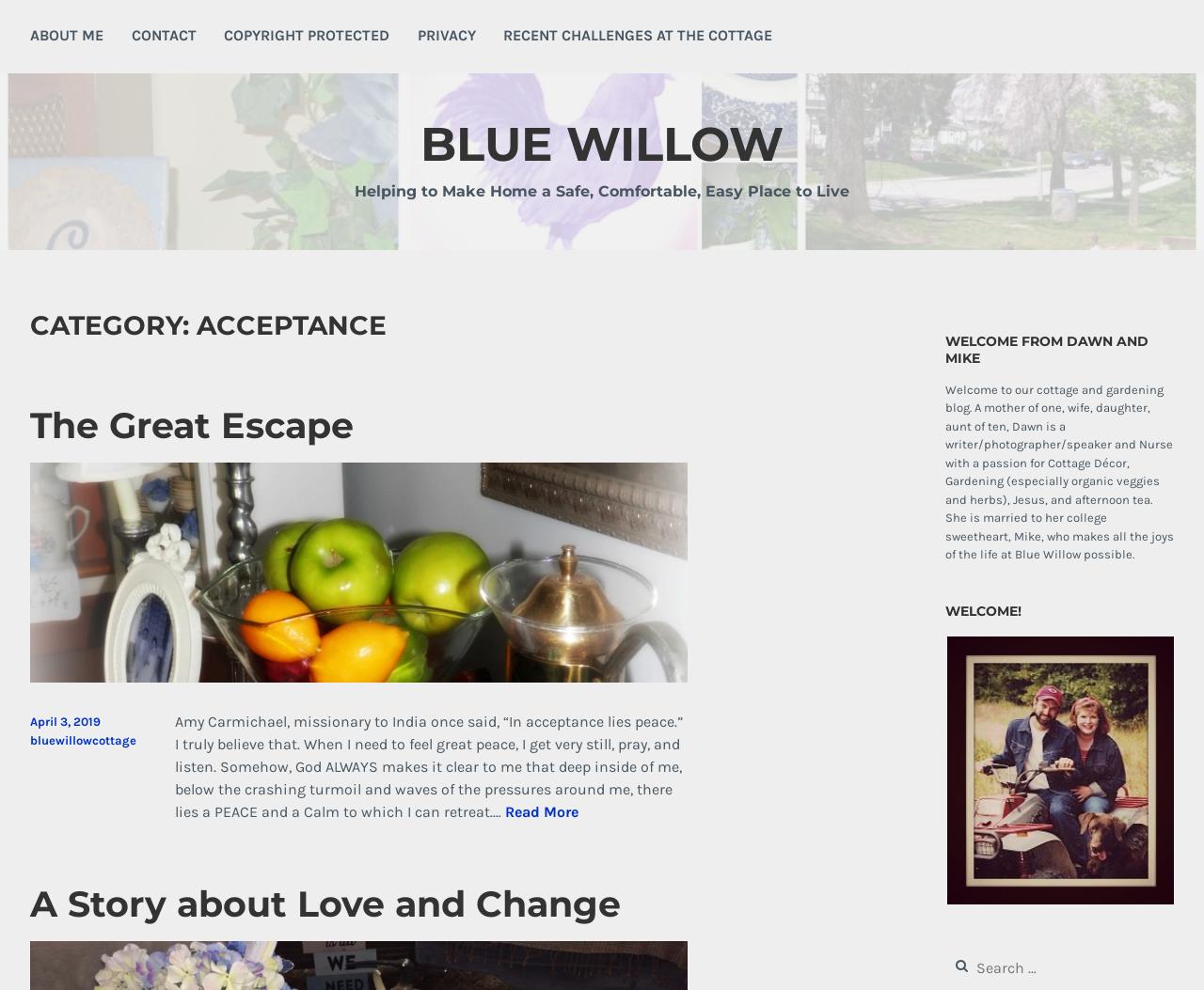 The width and height of the screenshot is (1204, 990). Describe the element at coordinates (307, 34) in the screenshot. I see `'Copyright Protected'` at that location.